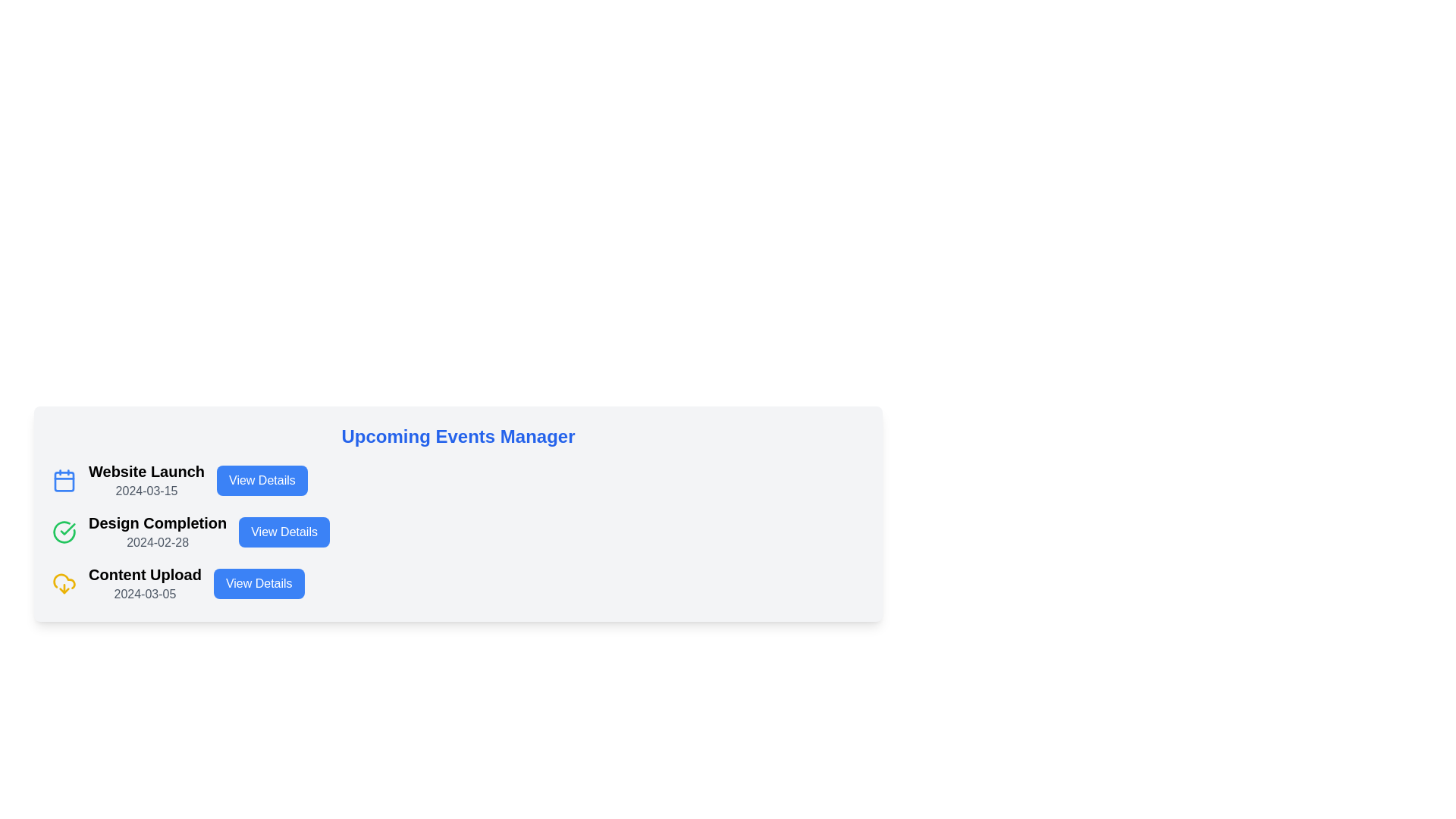  Describe the element at coordinates (64, 480) in the screenshot. I see `the blue calendar icon located at the leftmost side of the first row in the events list, preceding the text 'Website Launch' and the date '2024-03-15'` at that location.